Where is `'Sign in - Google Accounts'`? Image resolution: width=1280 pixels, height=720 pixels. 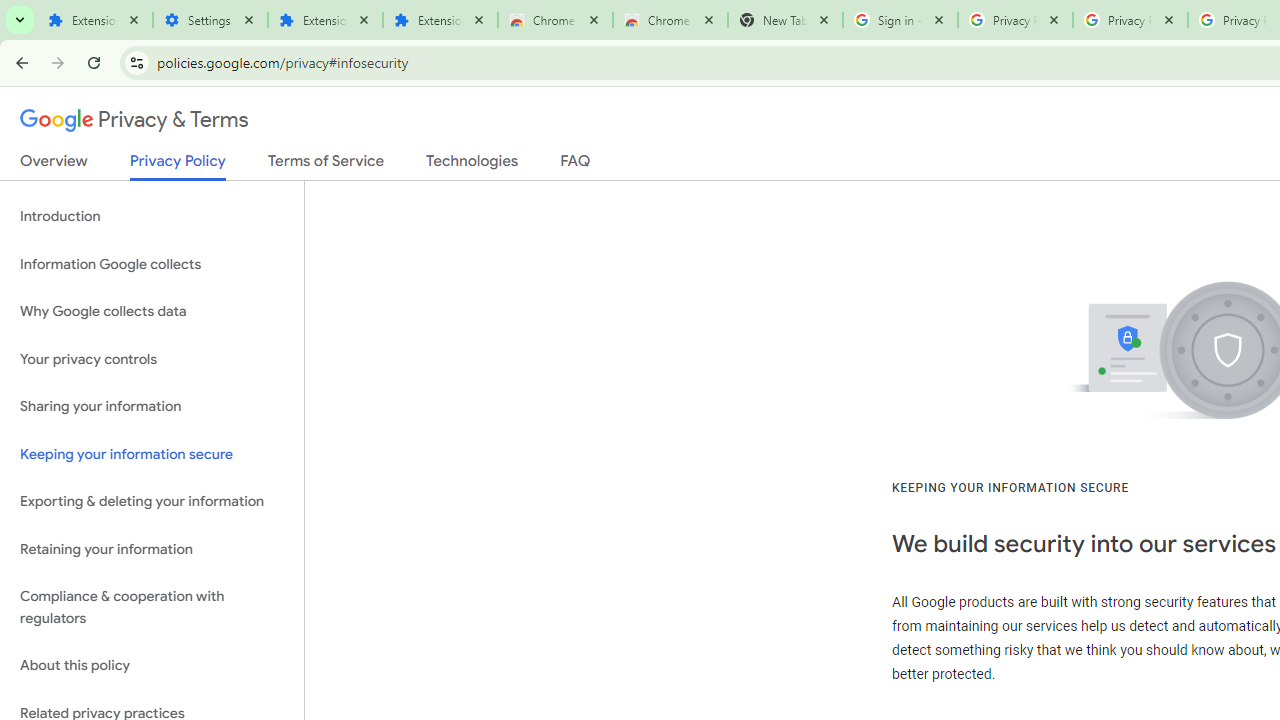
'Sign in - Google Accounts' is located at coordinates (899, 20).